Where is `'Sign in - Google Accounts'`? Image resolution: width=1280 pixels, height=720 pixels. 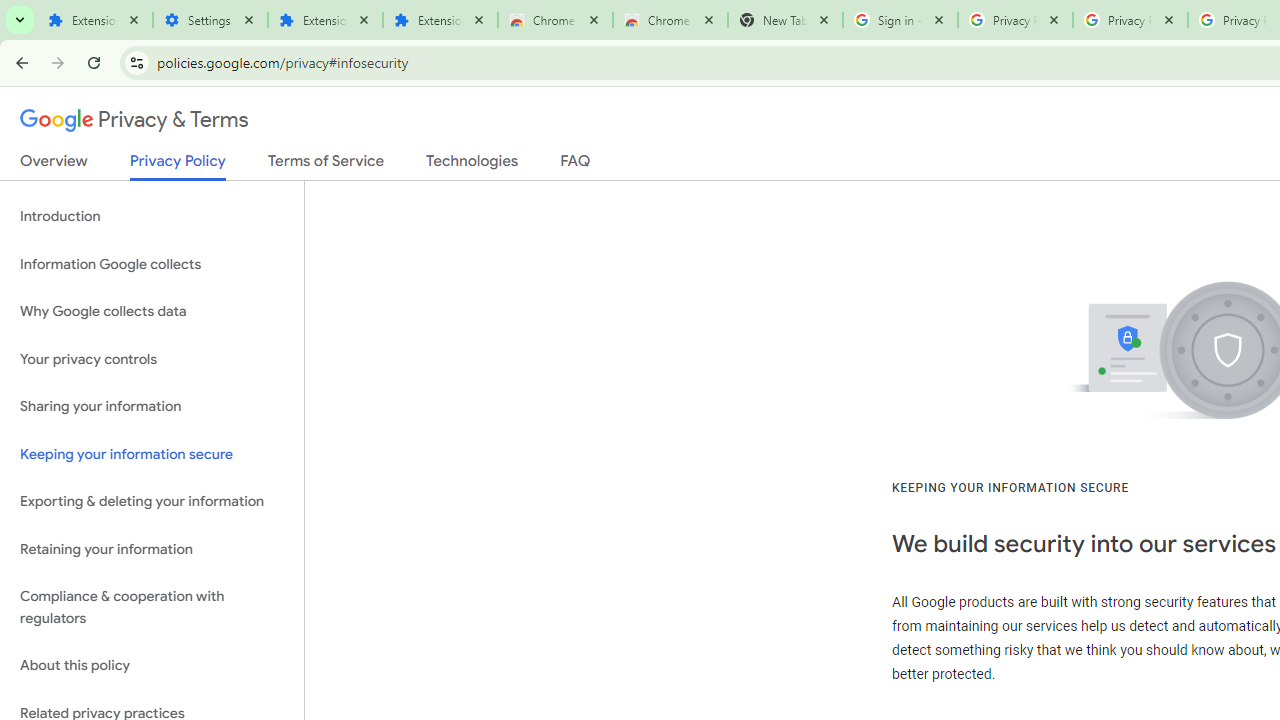
'Sign in - Google Accounts' is located at coordinates (899, 20).